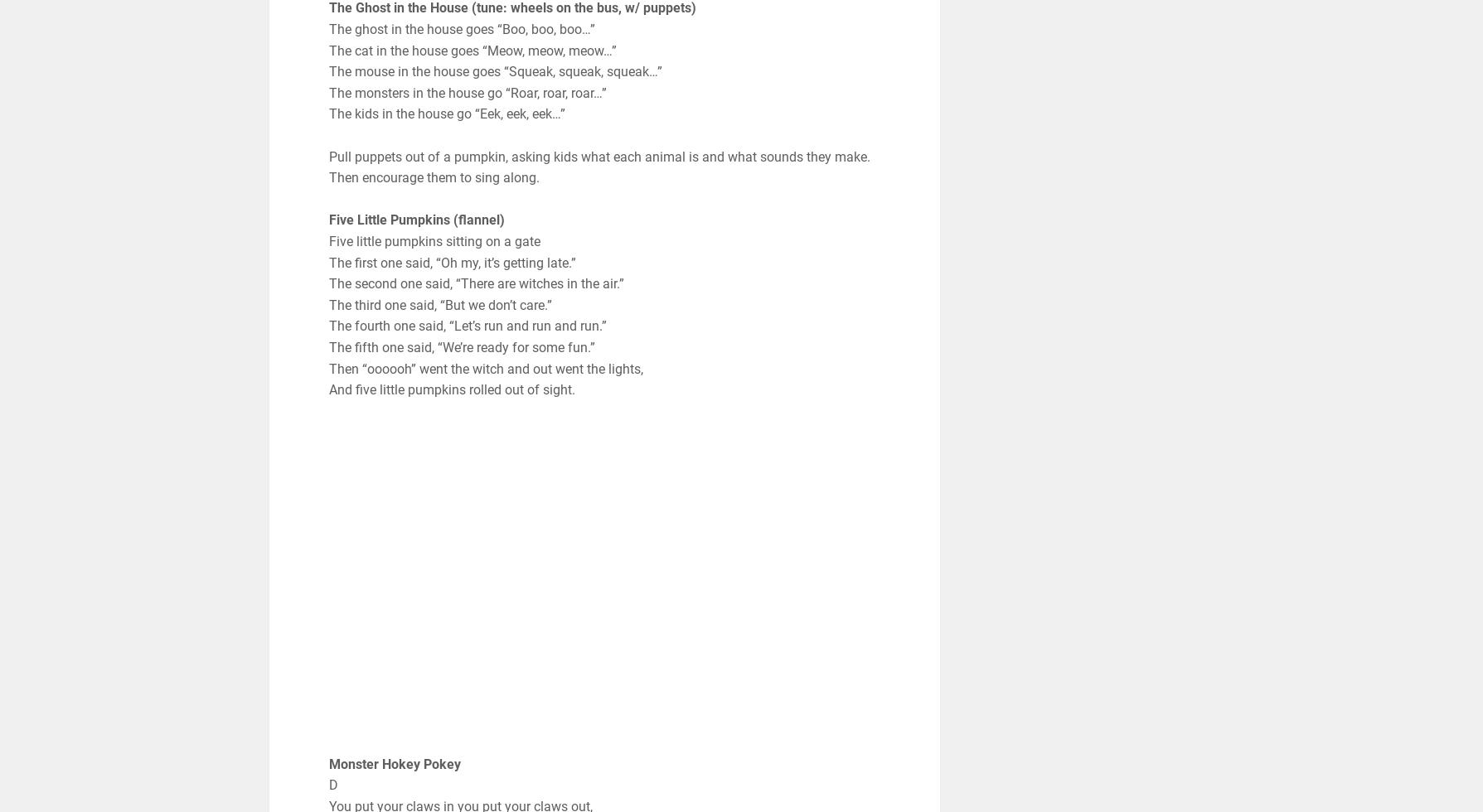 Image resolution: width=1483 pixels, height=812 pixels. Describe the element at coordinates (327, 326) in the screenshot. I see `'The fourth one said, “Let’s run and run and run.”'` at that location.